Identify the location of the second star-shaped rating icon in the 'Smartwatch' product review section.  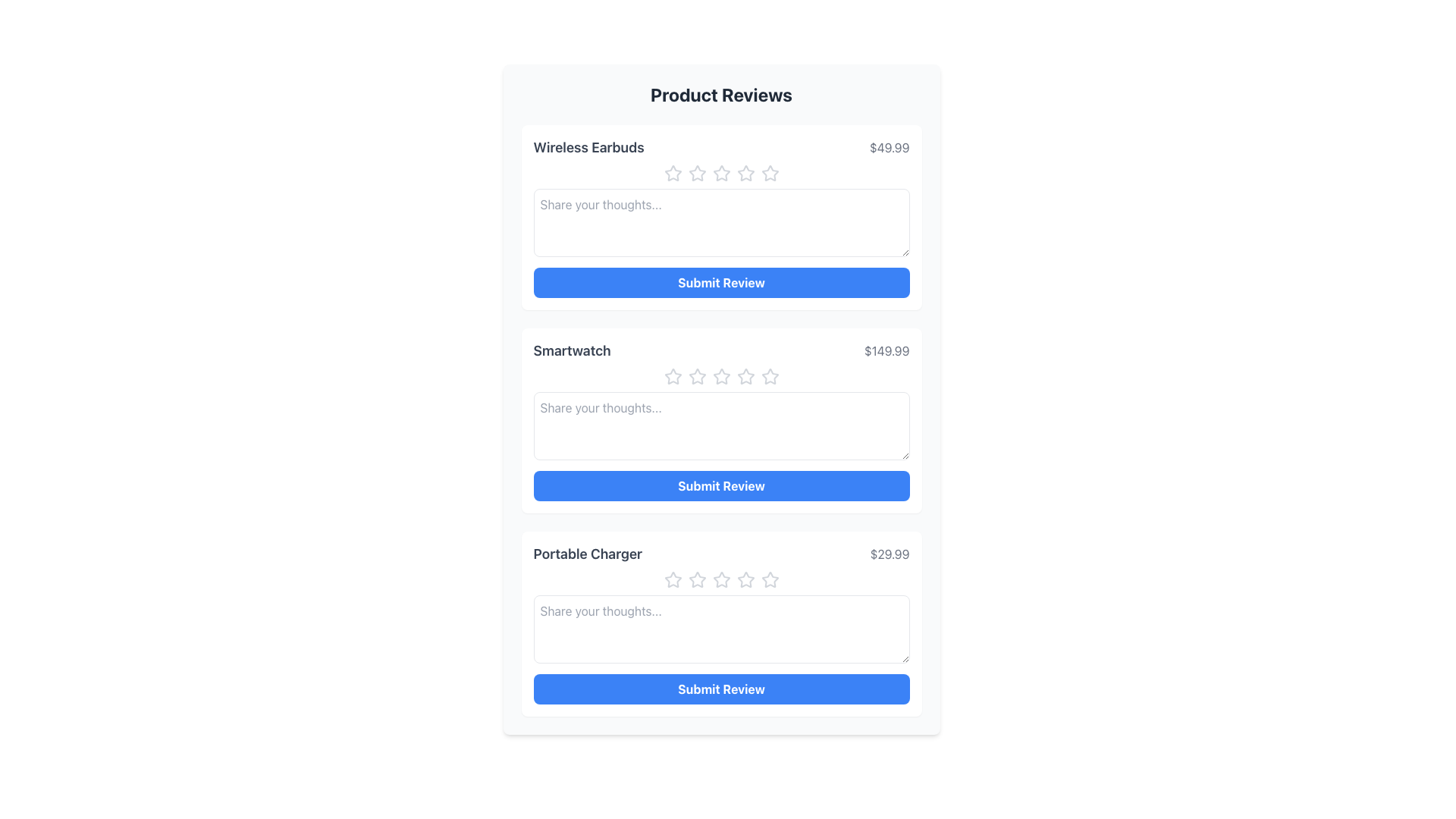
(720, 375).